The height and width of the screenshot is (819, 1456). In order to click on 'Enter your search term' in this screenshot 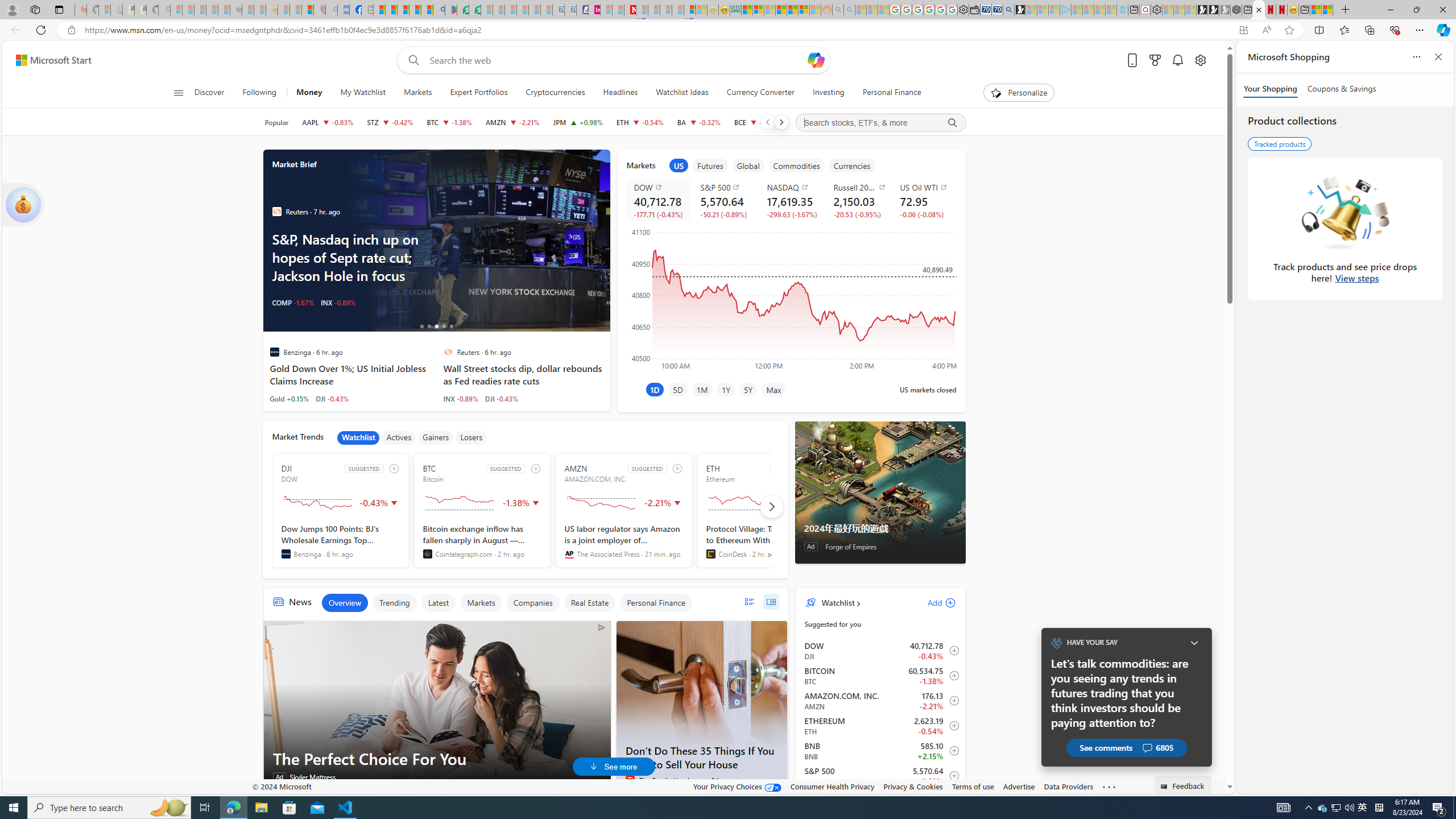, I will do `click(617, 59)`.